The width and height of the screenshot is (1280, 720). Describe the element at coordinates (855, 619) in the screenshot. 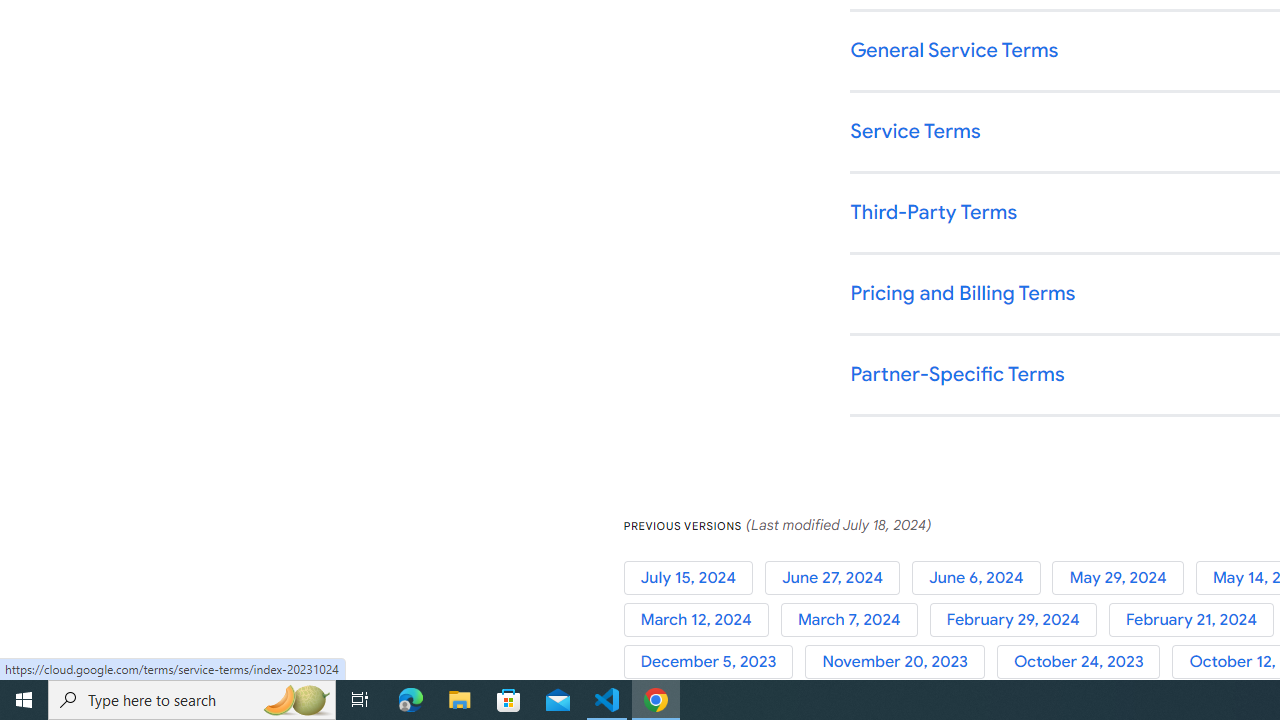

I see `'March 7, 2024'` at that location.